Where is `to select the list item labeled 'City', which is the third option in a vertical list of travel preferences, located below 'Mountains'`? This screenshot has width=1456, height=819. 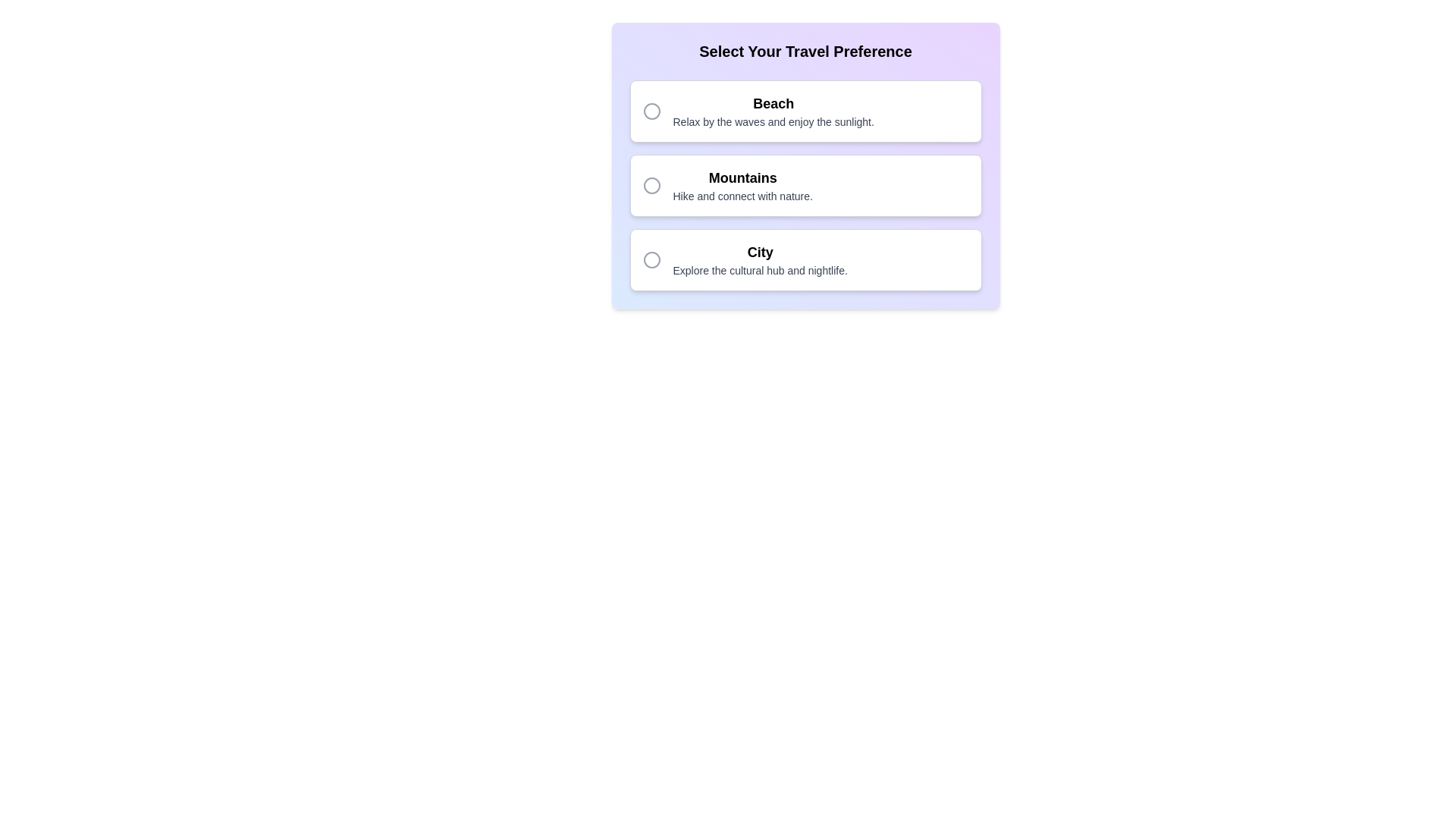 to select the list item labeled 'City', which is the third option in a vertical list of travel preferences, located below 'Mountains' is located at coordinates (760, 259).